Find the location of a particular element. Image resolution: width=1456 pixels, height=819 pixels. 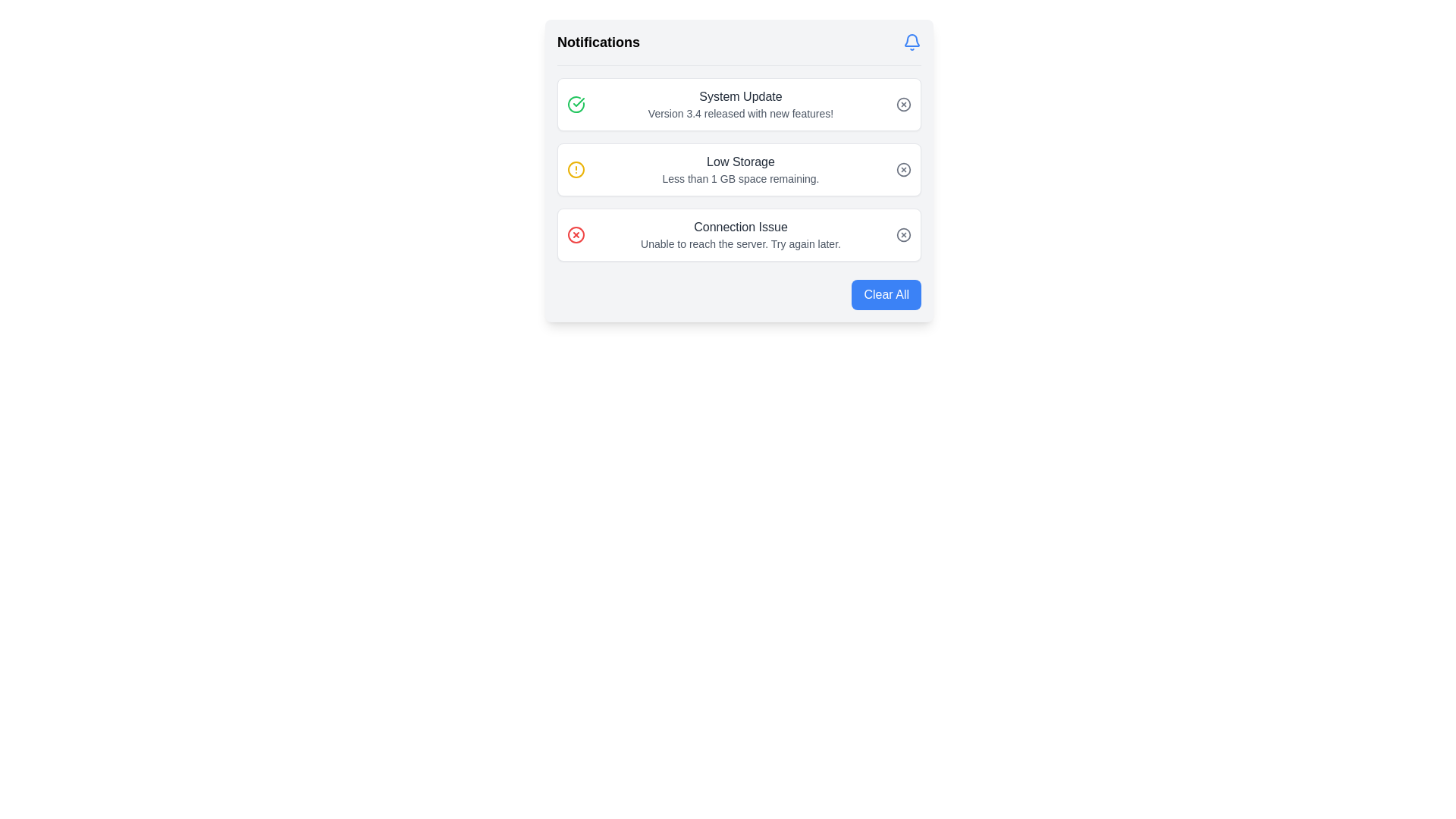

the Close button located in the top-right corner of the 'Low Storage' notification card to observe the color change is located at coordinates (903, 169).